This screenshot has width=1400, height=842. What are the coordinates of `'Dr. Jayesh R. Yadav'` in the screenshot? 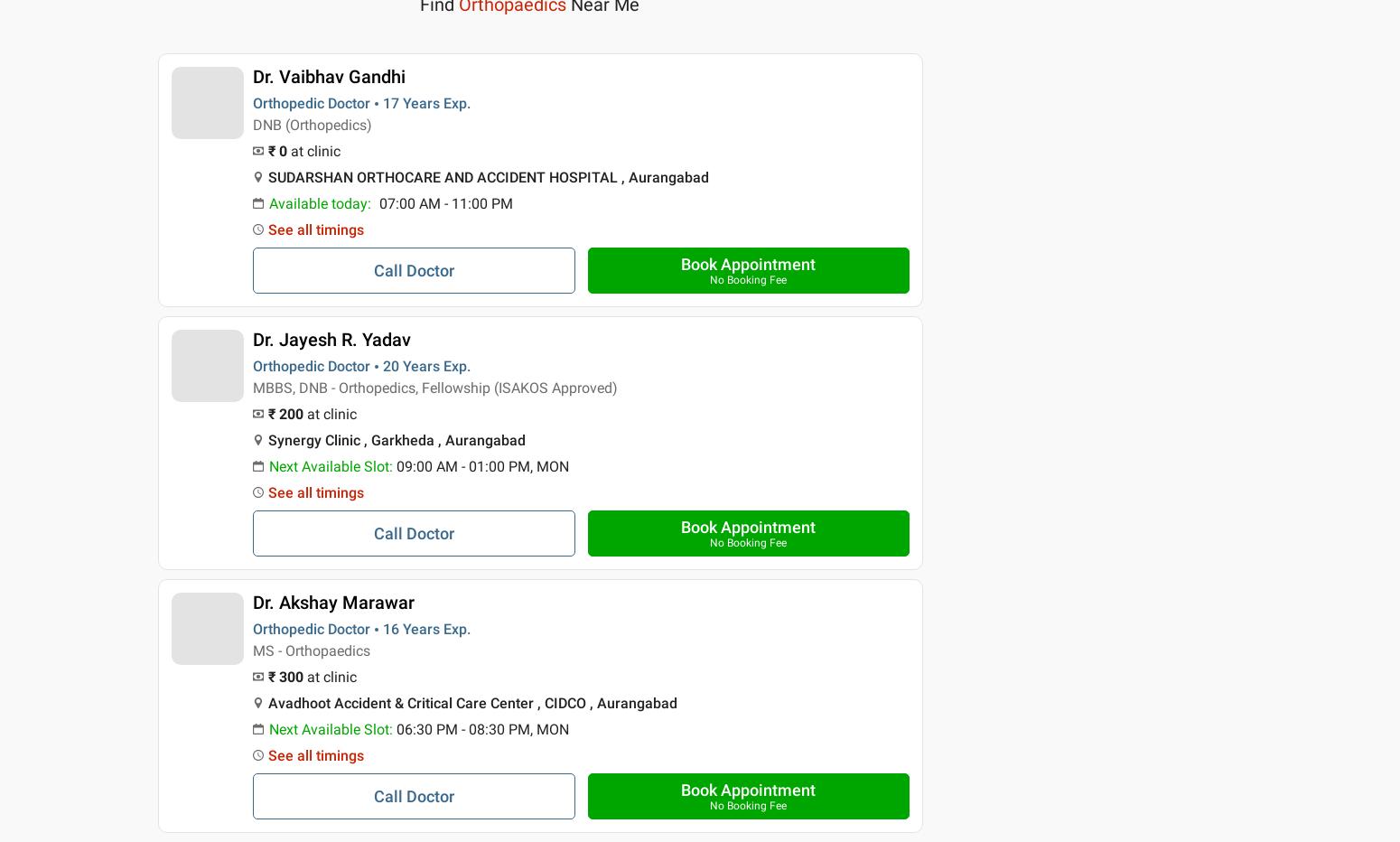 It's located at (252, 338).